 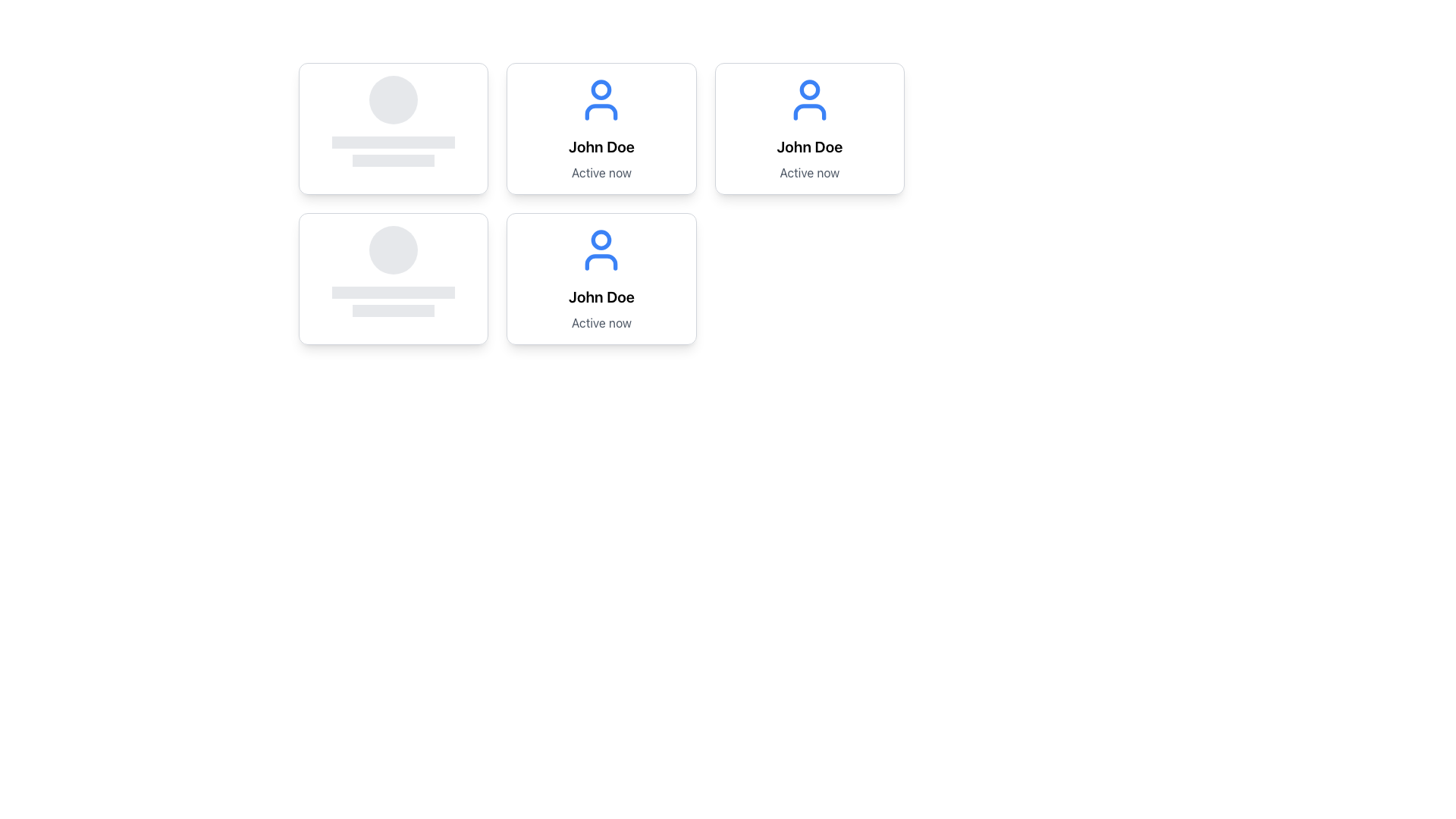 What do you see at coordinates (808, 127) in the screenshot?
I see `the username displayed in the Profile Card located in the second column, second row of the grid` at bounding box center [808, 127].